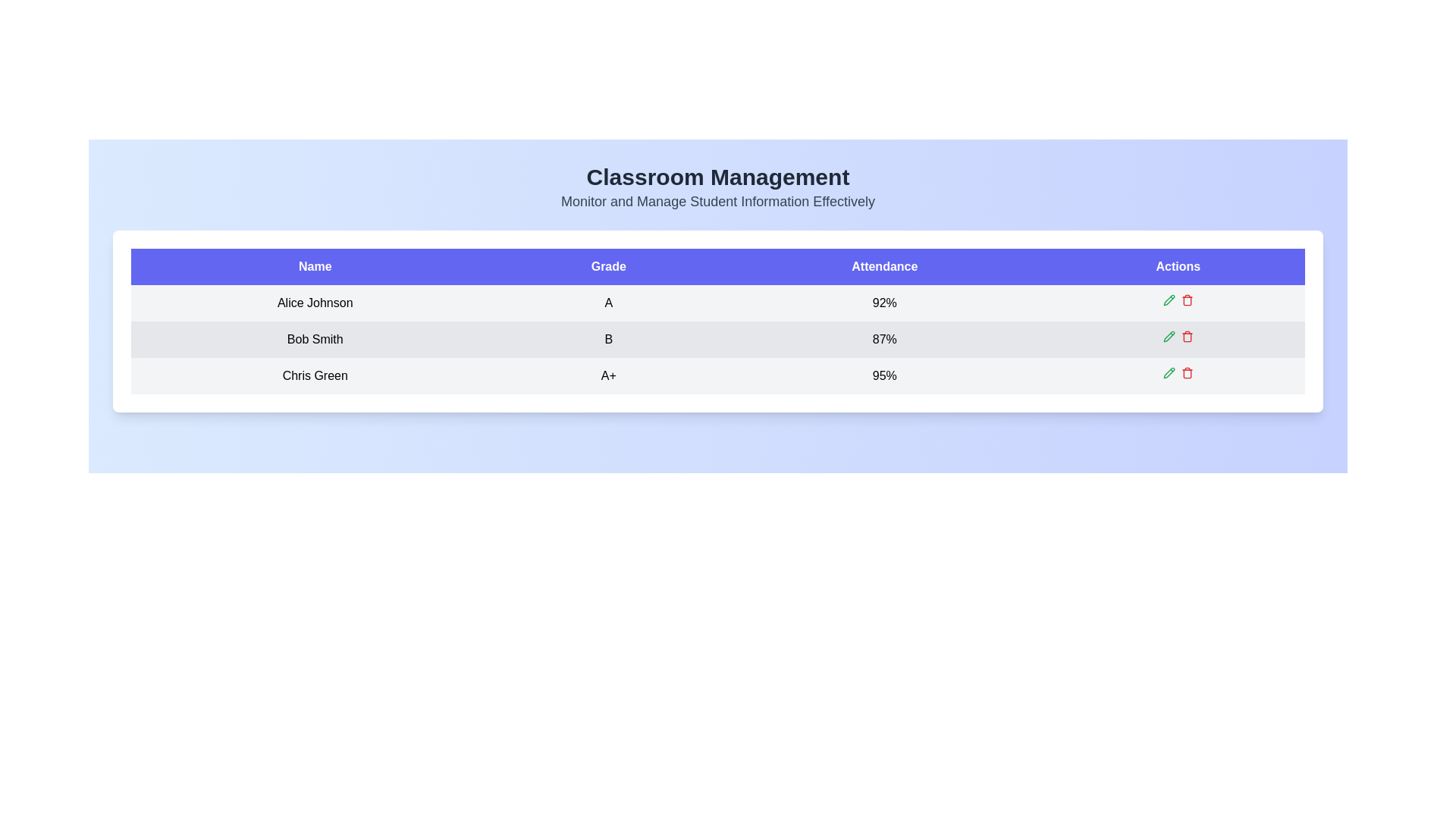 This screenshot has height=819, width=1456. Describe the element at coordinates (608, 338) in the screenshot. I see `the grade text element for student 'Bob Smith', which is located in the middle cell of the second row under the 'Grade' column` at that location.